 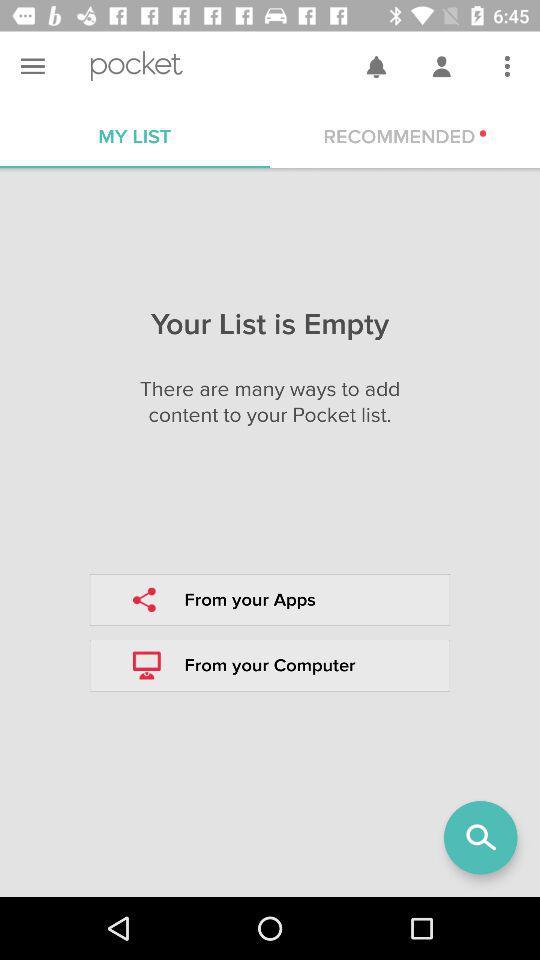 What do you see at coordinates (270, 665) in the screenshot?
I see `the box which includes the symbol of desktop in it` at bounding box center [270, 665].